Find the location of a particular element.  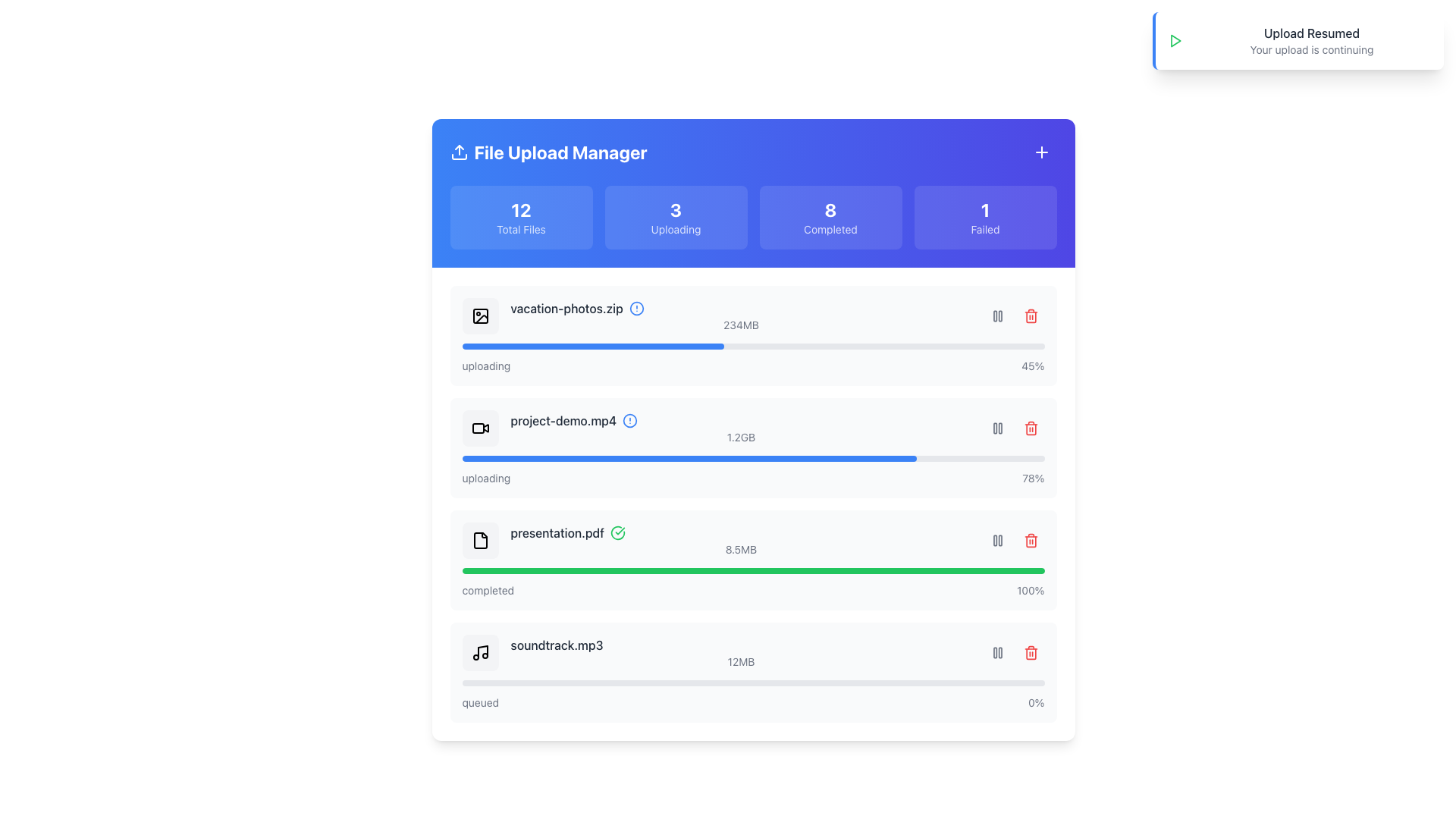

the Progress bar fill indicator, which is a blue horizontal strip indicating progress within the file upload manager for 'project-demo.mp4' is located at coordinates (688, 458).